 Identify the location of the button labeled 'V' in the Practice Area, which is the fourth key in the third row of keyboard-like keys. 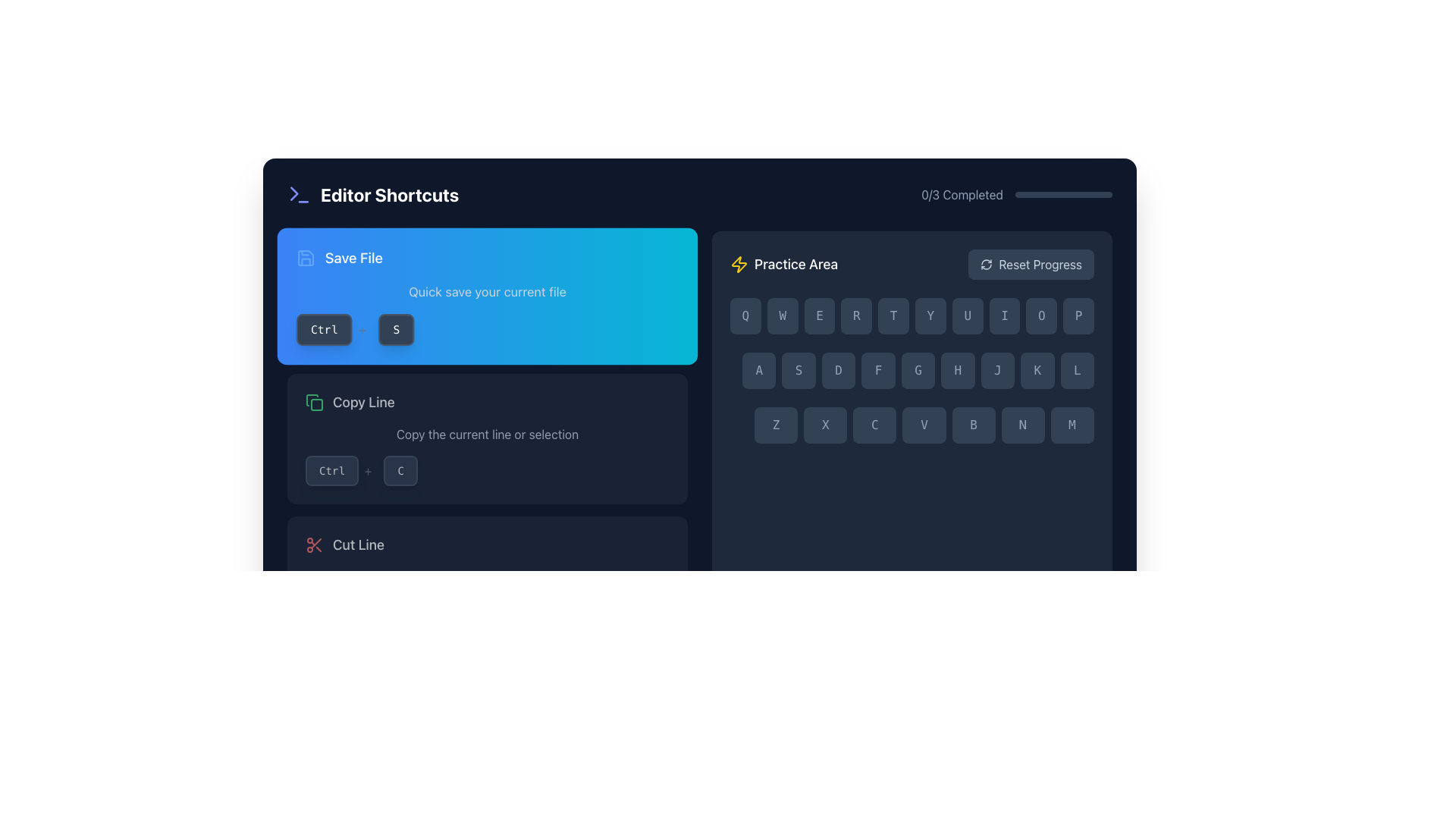
(924, 425).